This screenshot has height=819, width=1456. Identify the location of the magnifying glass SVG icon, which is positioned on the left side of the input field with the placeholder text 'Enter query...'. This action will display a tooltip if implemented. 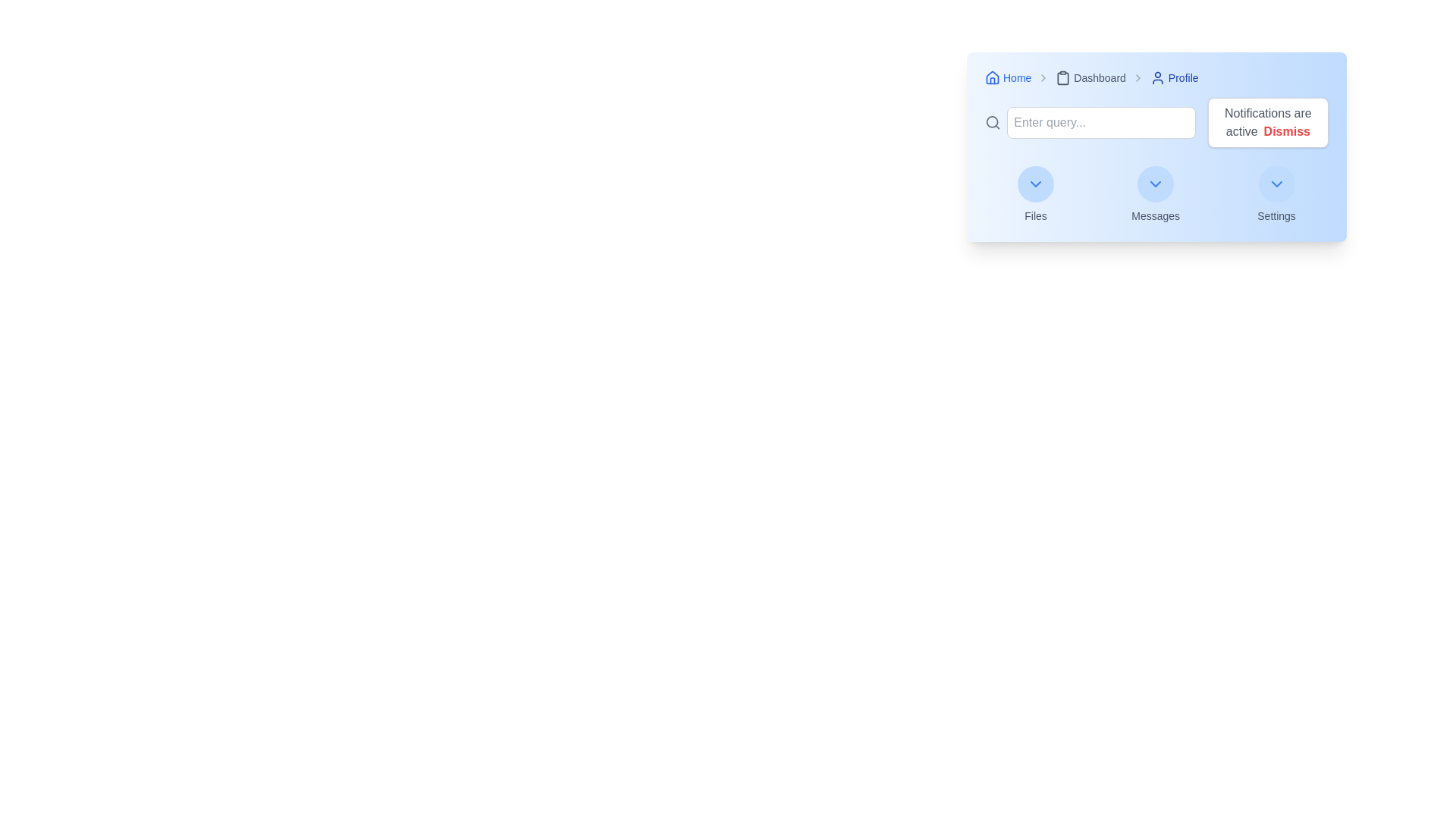
(993, 122).